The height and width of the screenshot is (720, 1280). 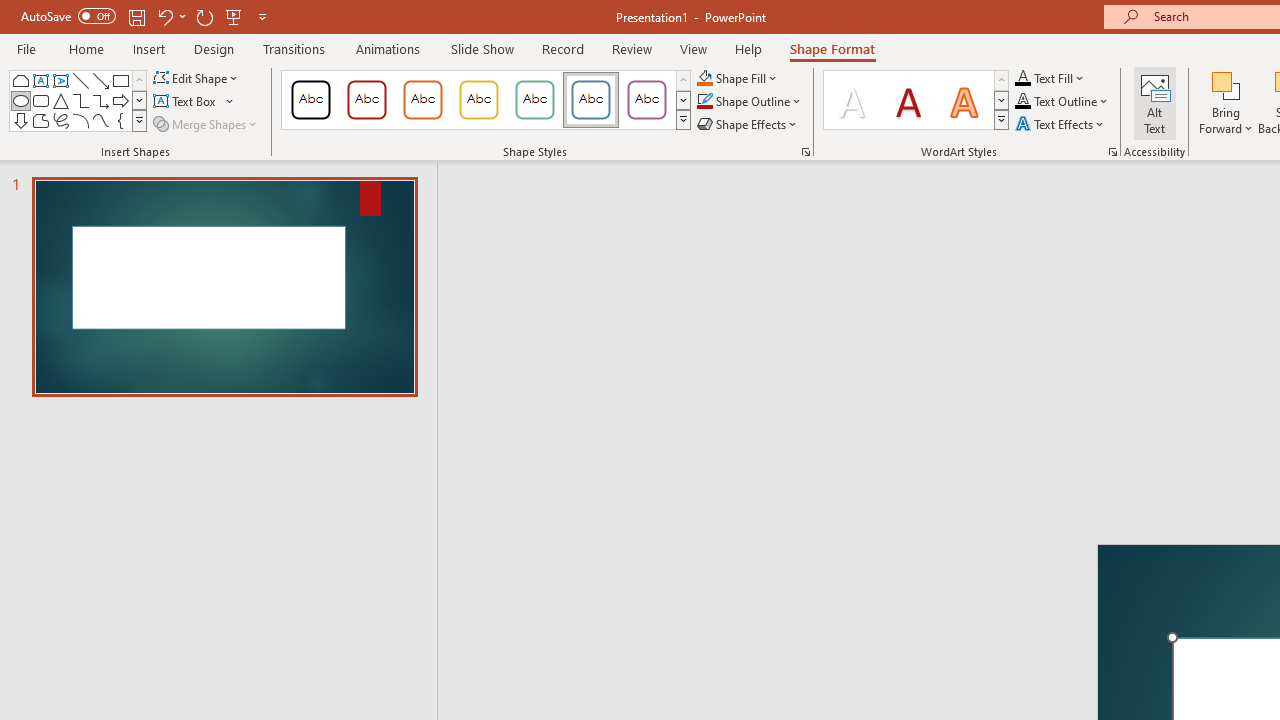 What do you see at coordinates (80, 100) in the screenshot?
I see `'Connector: Elbow'` at bounding box center [80, 100].